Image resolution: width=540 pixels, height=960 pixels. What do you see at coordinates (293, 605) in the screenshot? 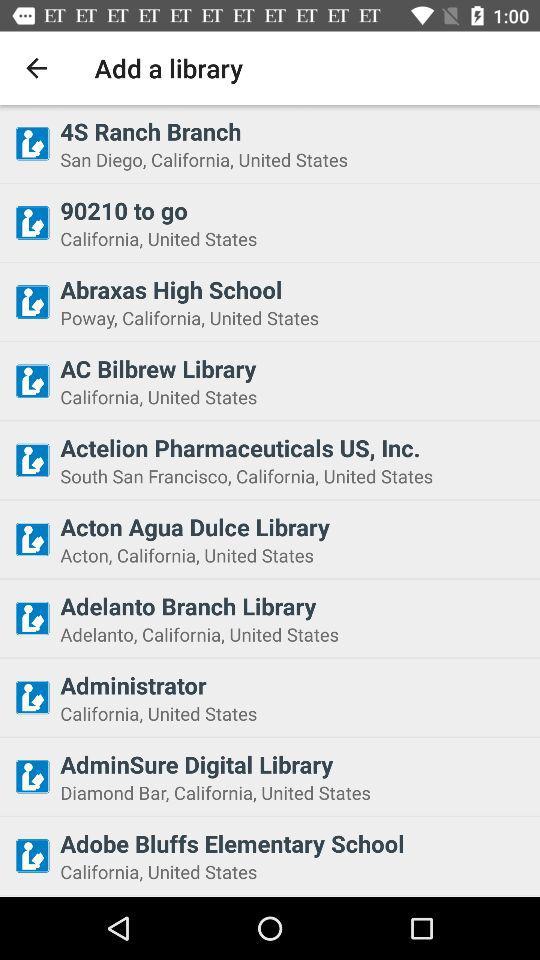
I see `the adelanto branch library item` at bounding box center [293, 605].